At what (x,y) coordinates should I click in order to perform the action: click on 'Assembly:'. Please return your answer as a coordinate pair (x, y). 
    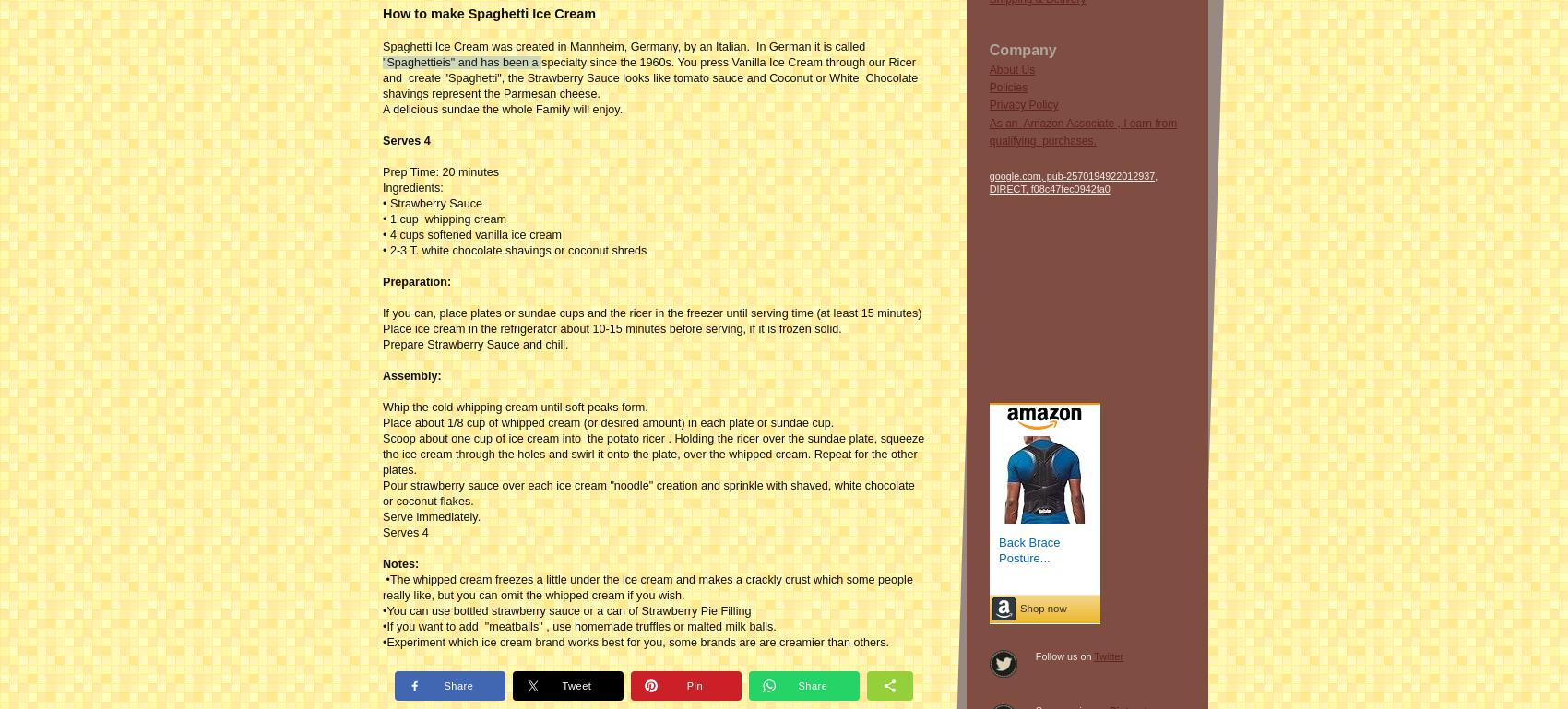
    Looking at the image, I should click on (411, 375).